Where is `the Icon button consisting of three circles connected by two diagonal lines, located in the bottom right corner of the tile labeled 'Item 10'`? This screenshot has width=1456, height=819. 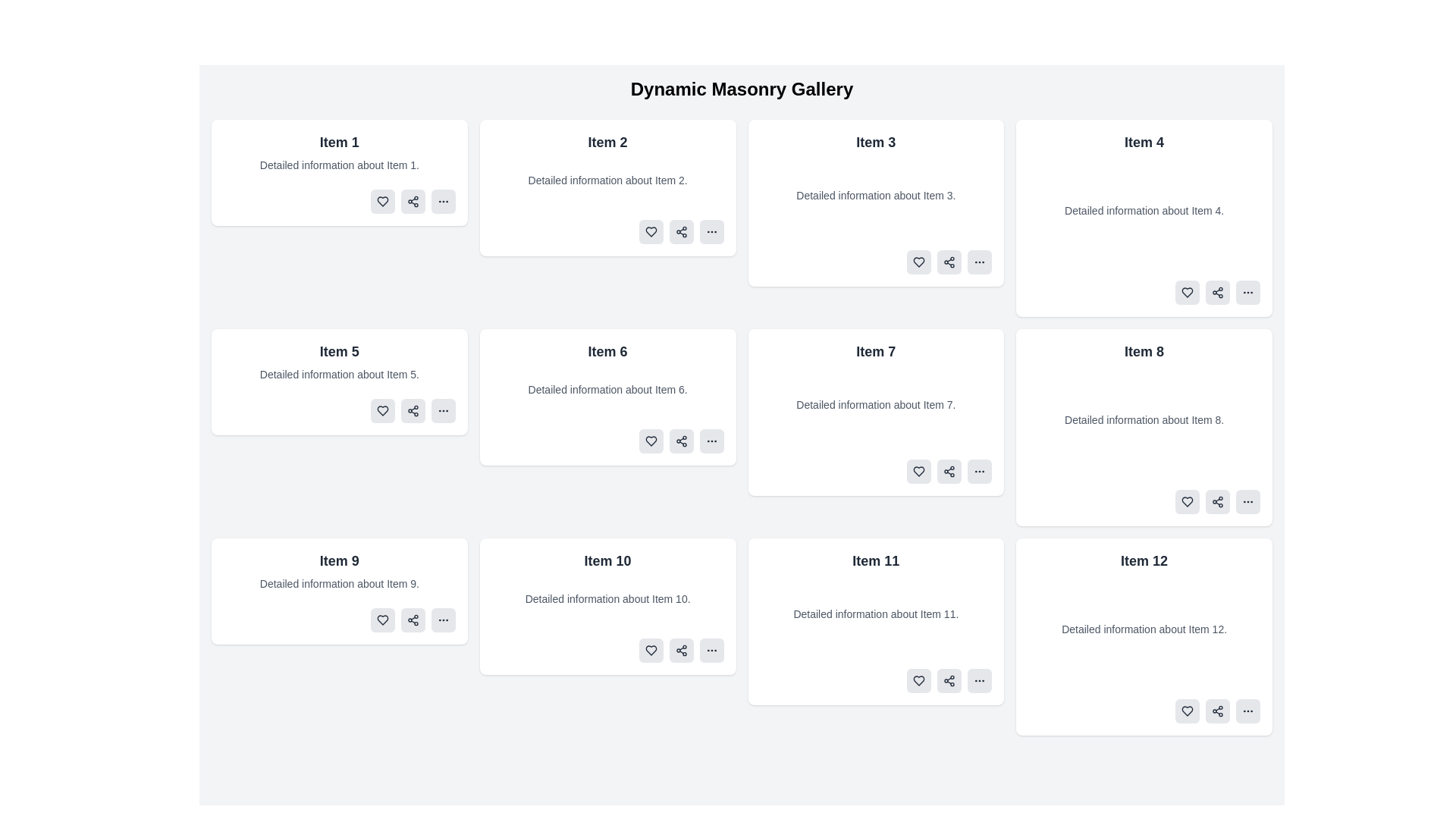
the Icon button consisting of three circles connected by two diagonal lines, located in the bottom right corner of the tile labeled 'Item 10' is located at coordinates (680, 649).